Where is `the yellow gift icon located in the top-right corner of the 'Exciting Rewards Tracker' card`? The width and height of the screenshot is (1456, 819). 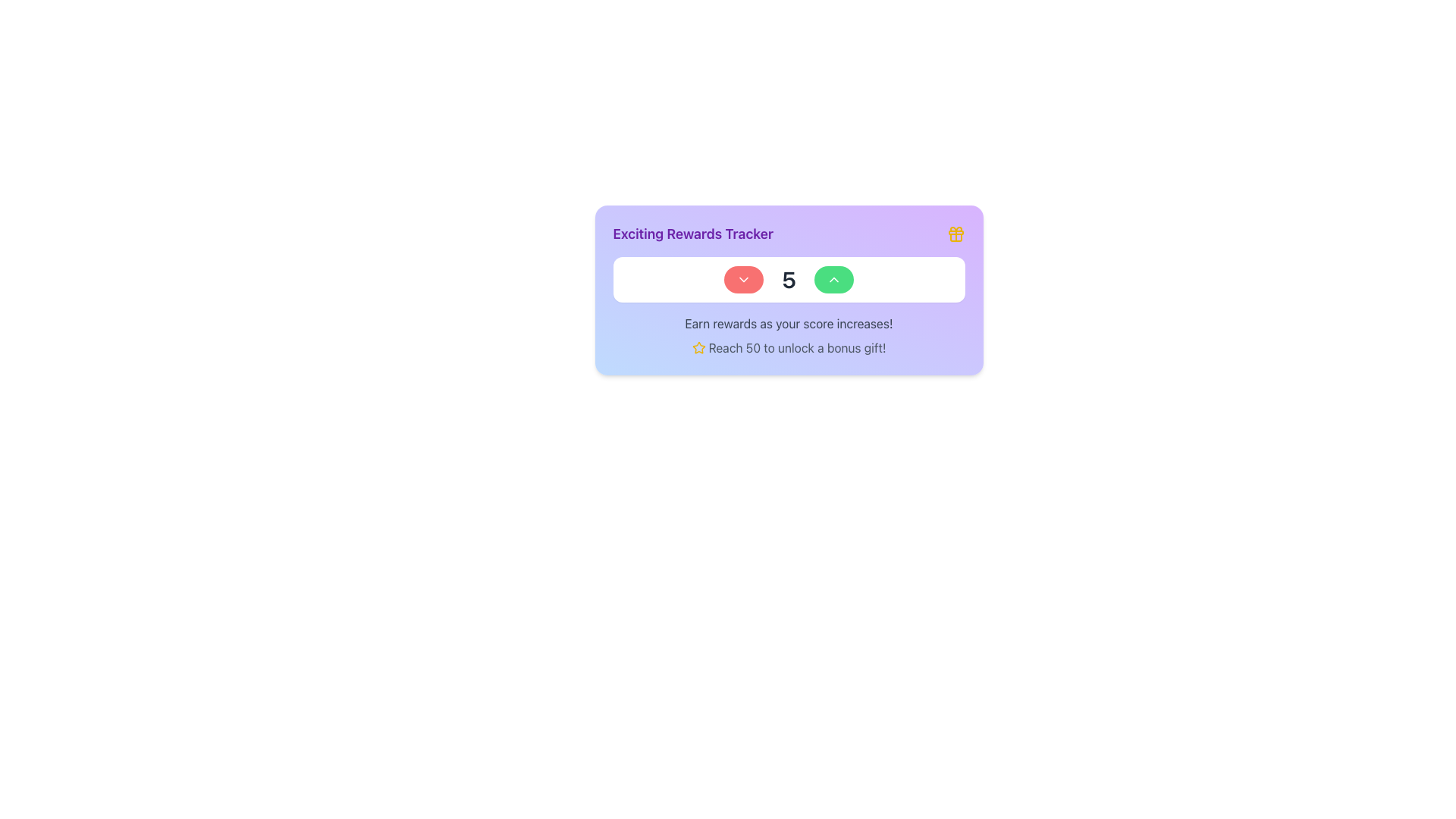 the yellow gift icon located in the top-right corner of the 'Exciting Rewards Tracker' card is located at coordinates (955, 234).